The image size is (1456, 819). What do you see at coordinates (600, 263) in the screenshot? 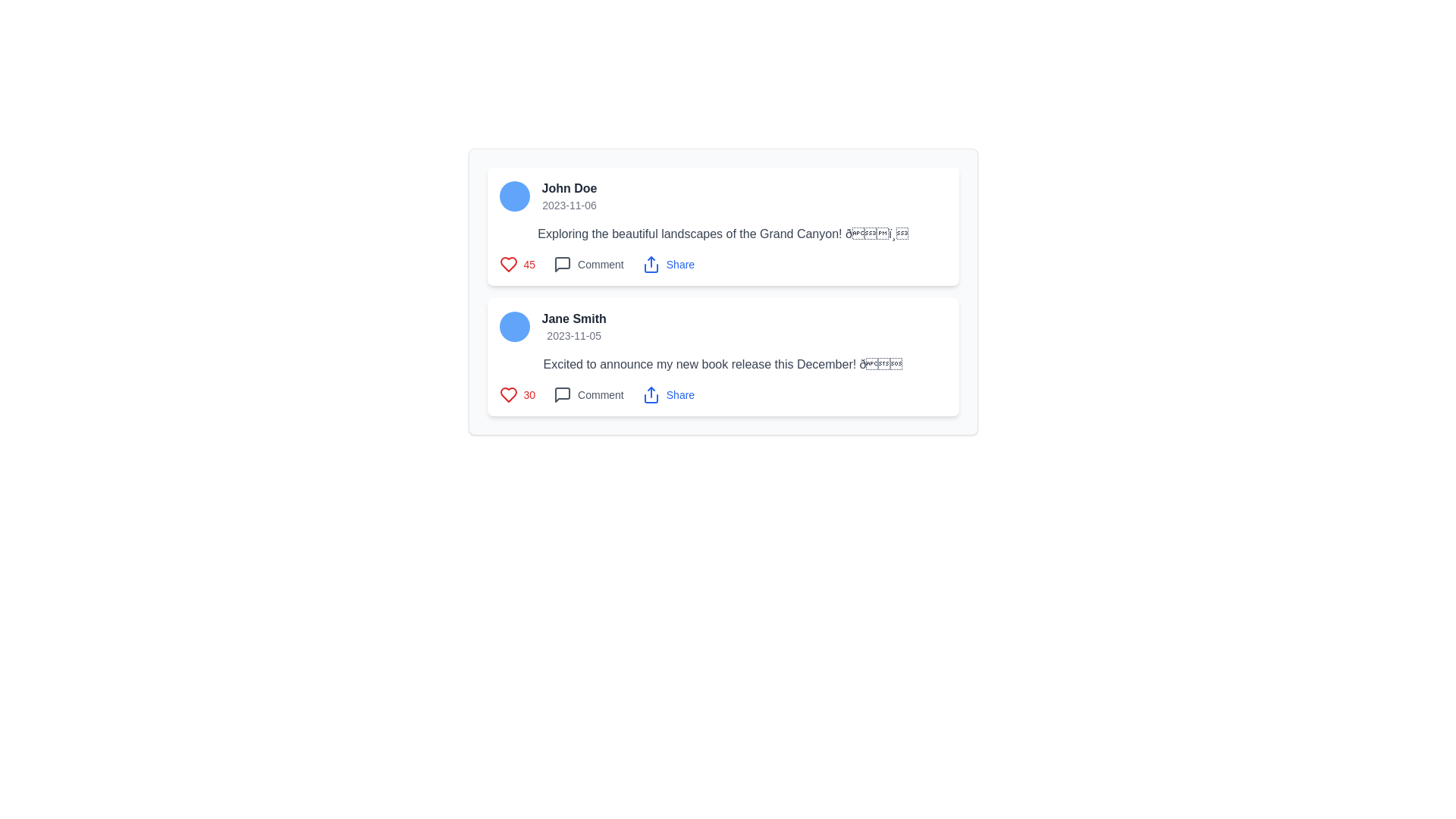
I see `the static text label for adding or viewing comments related to the post, located near the center-right of the second row, next to a speech-bubble icon` at bounding box center [600, 263].